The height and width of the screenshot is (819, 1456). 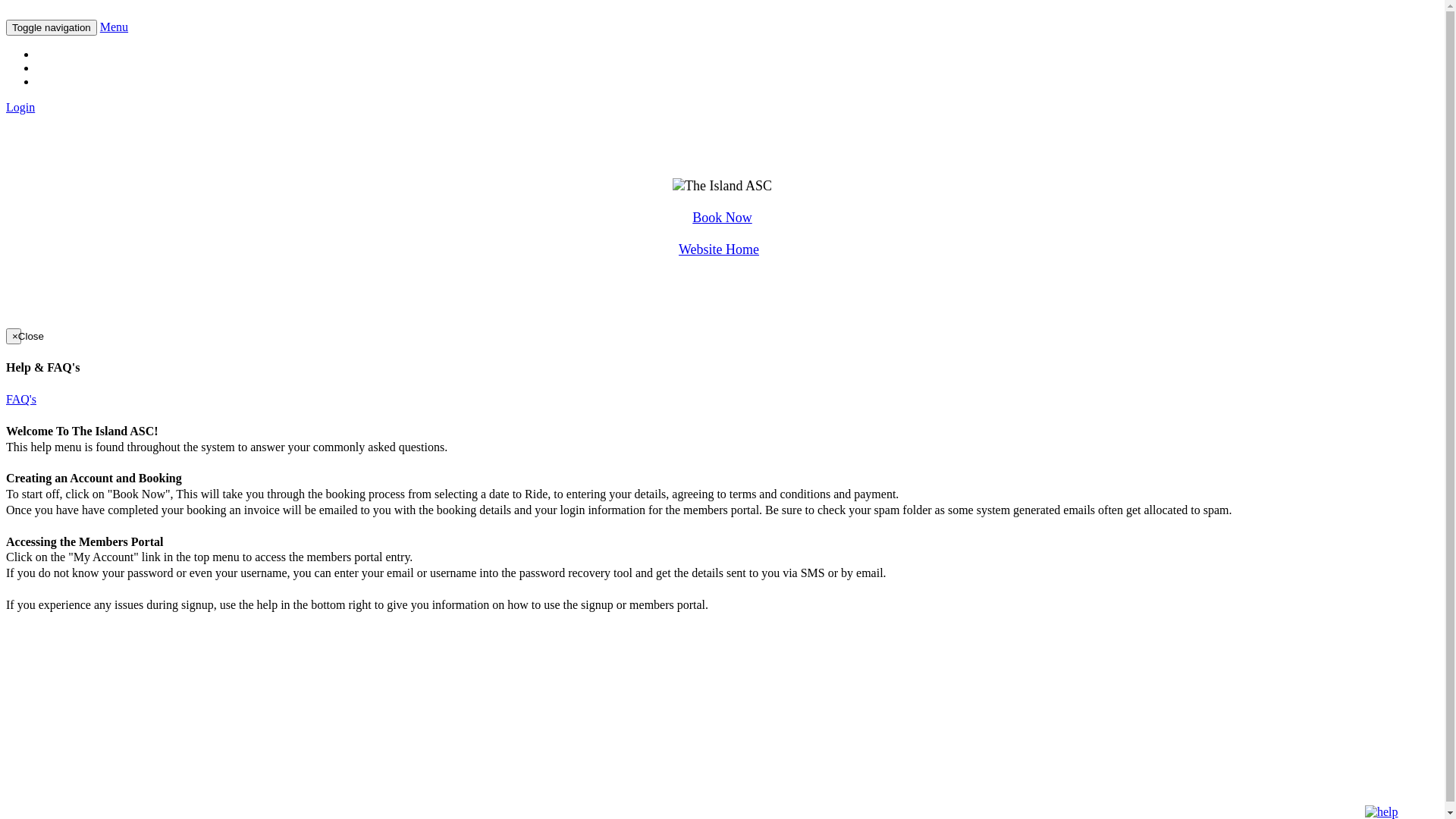 I want to click on 'Admin', so click(x=53, y=81).